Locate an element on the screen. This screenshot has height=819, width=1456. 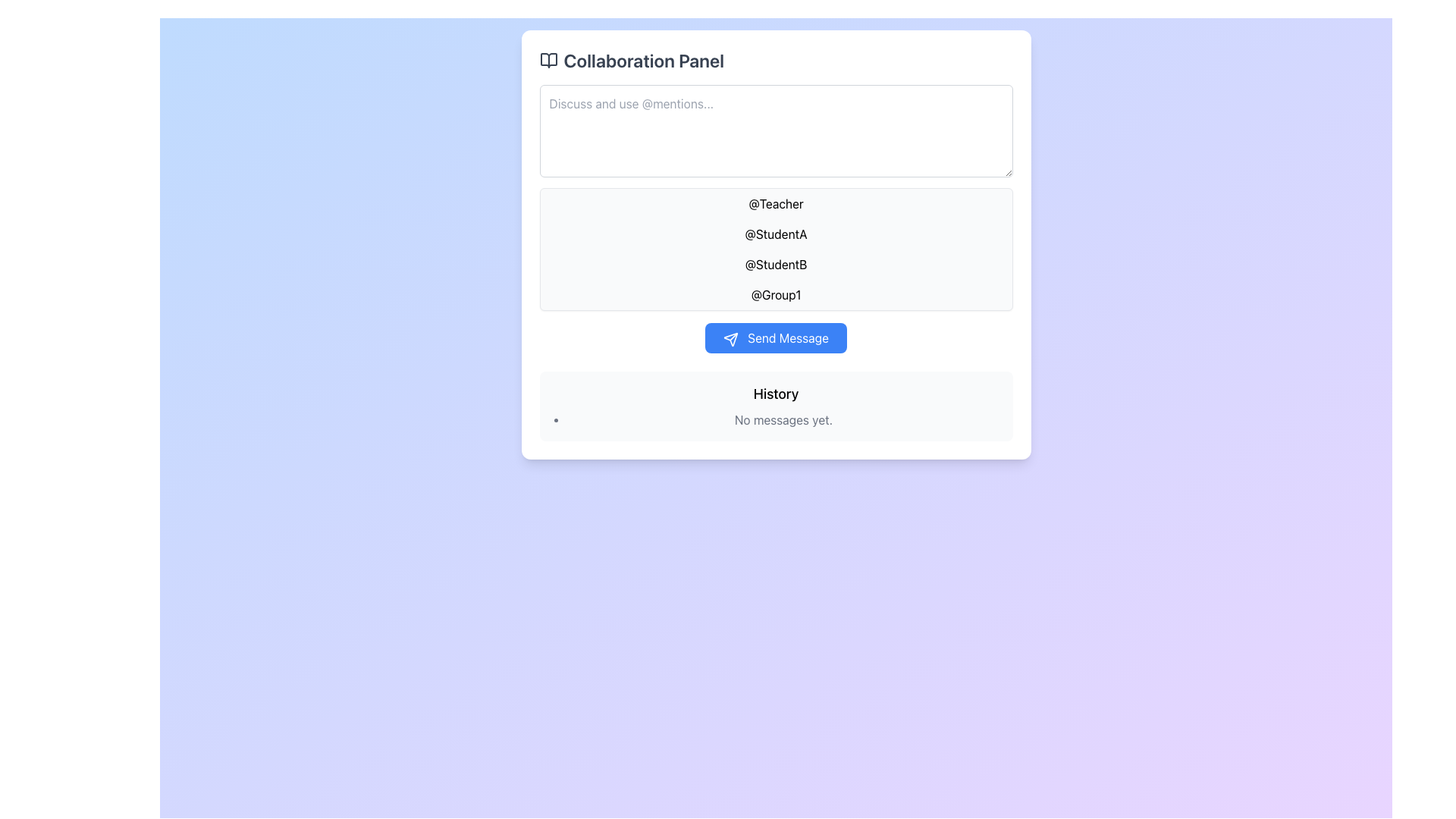
the 'History' heading which is bold and centrally aligned, indicating the history section of the interface is located at coordinates (776, 394).